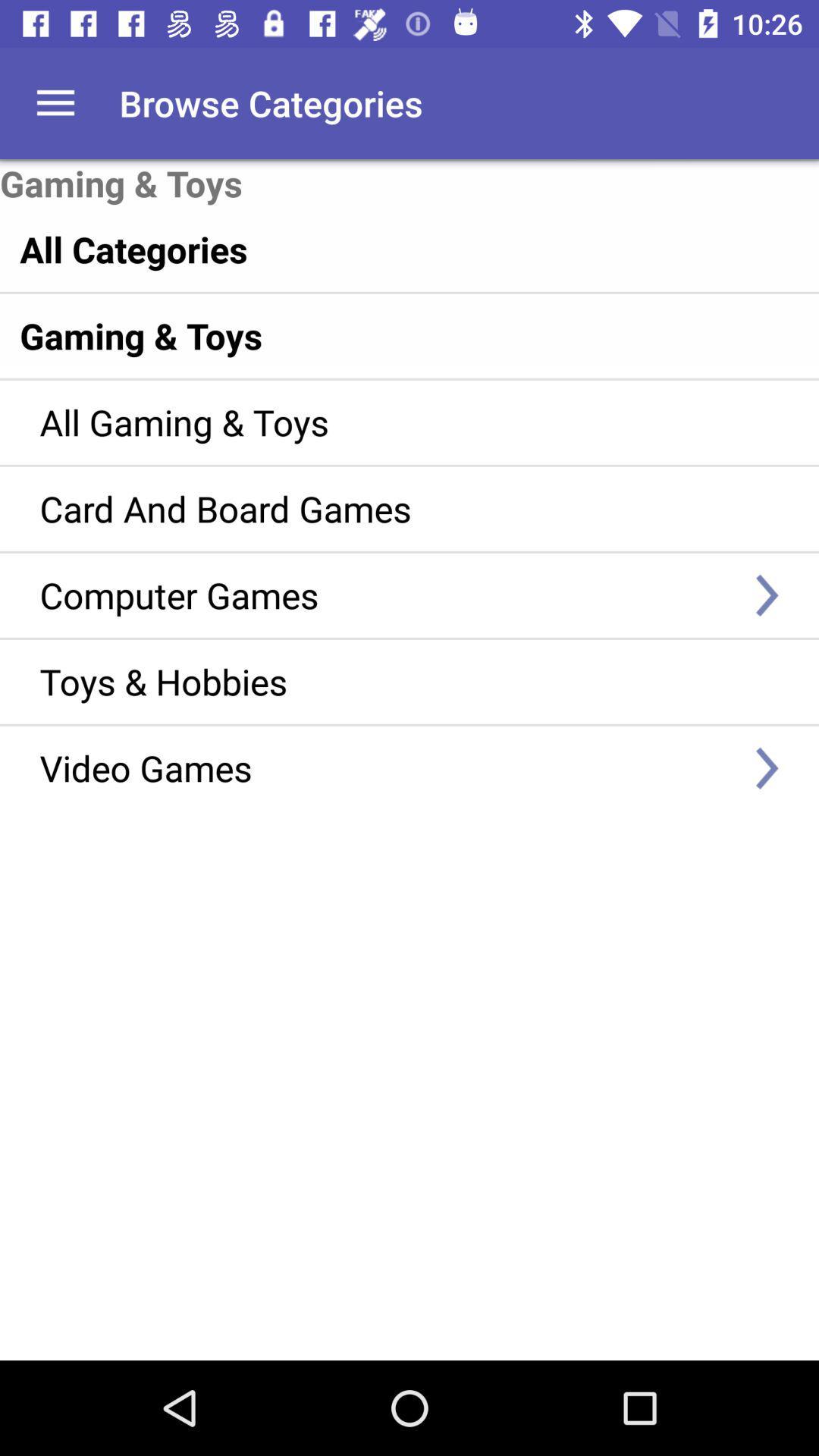 The height and width of the screenshot is (1456, 819). What do you see at coordinates (387, 594) in the screenshot?
I see `the computer games` at bounding box center [387, 594].